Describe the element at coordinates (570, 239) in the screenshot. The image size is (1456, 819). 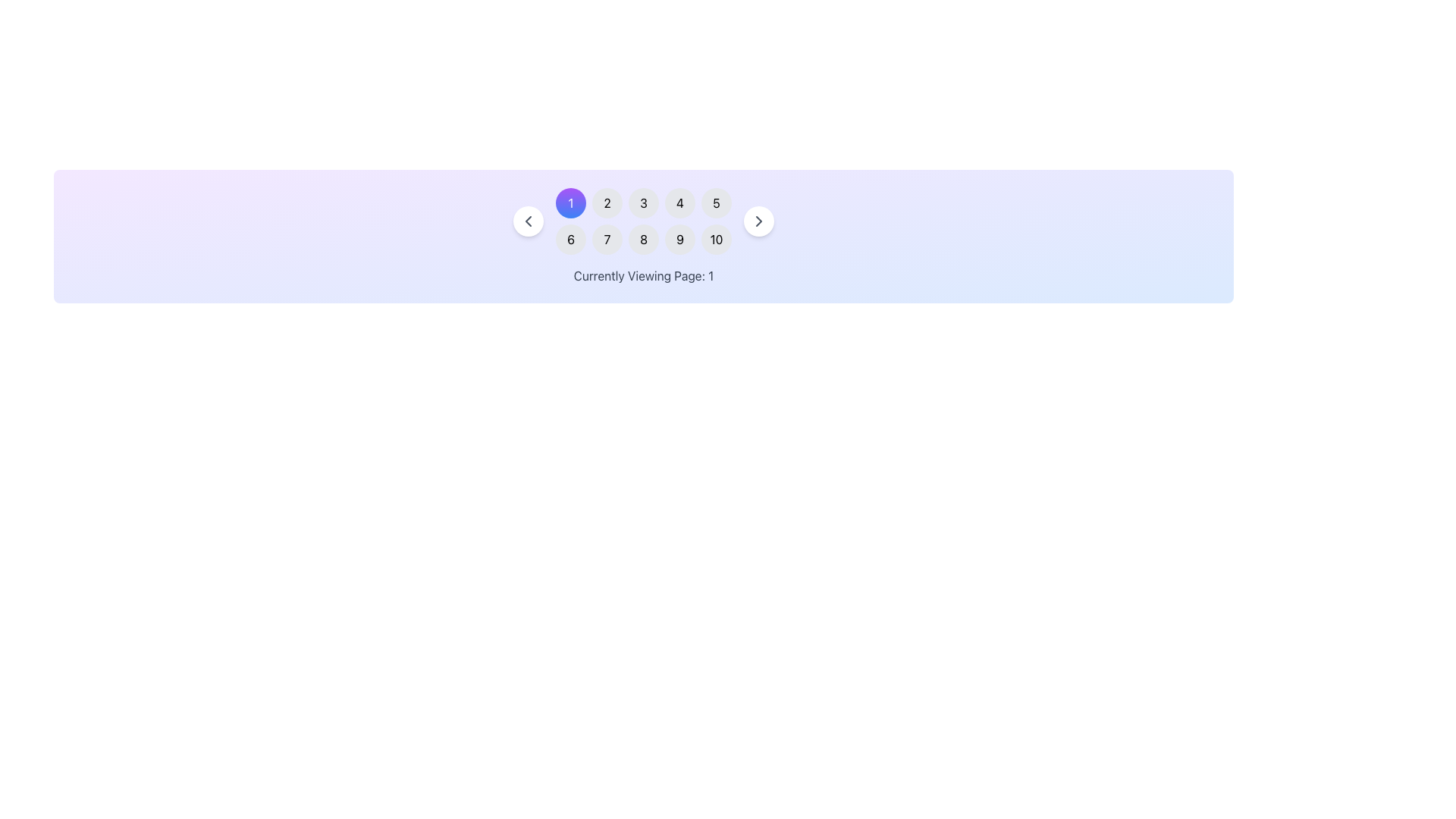
I see `the first button in the second row of a grid layout` at that location.